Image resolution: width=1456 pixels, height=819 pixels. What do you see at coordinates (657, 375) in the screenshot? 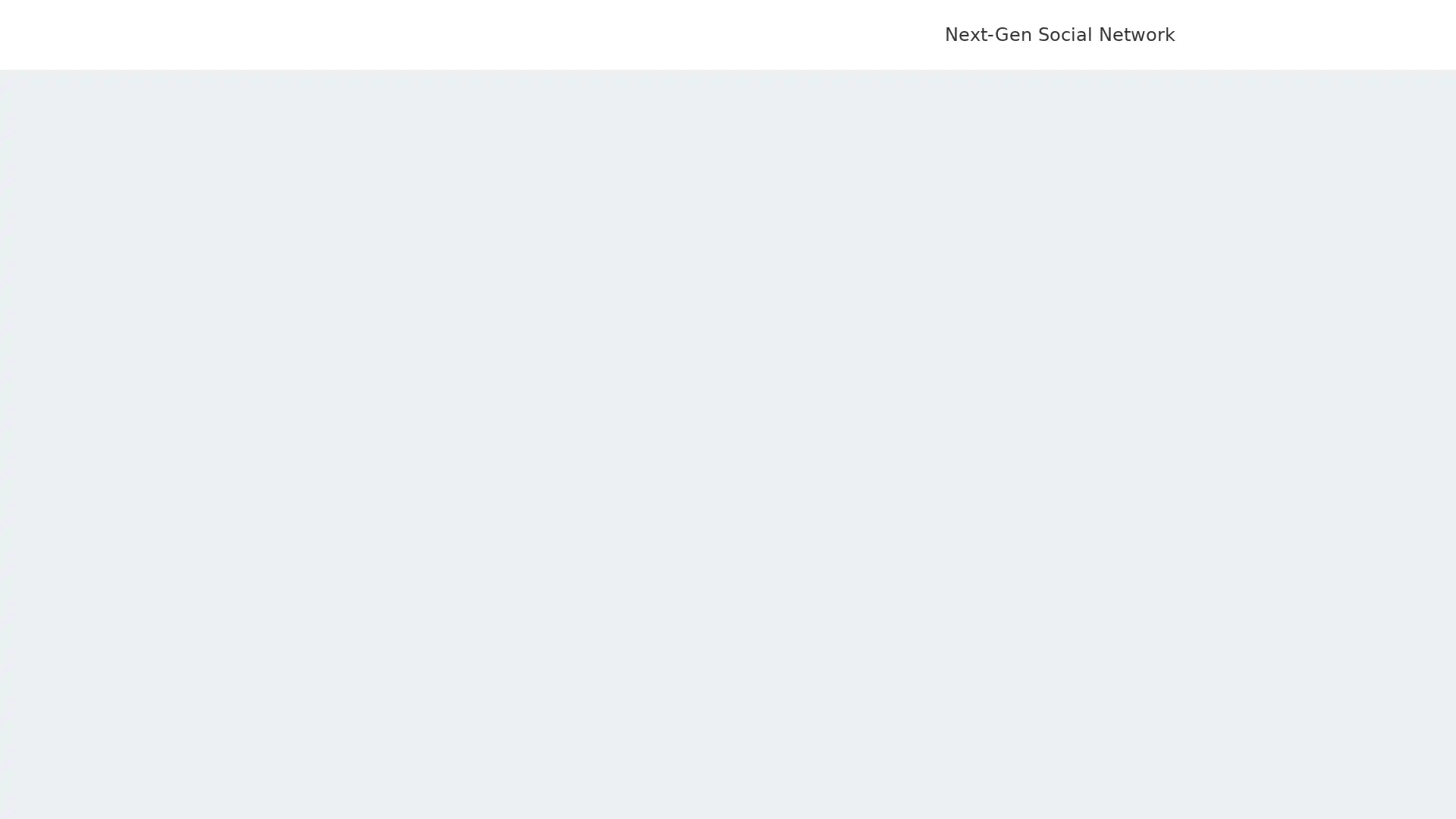
I see `Log in` at bounding box center [657, 375].